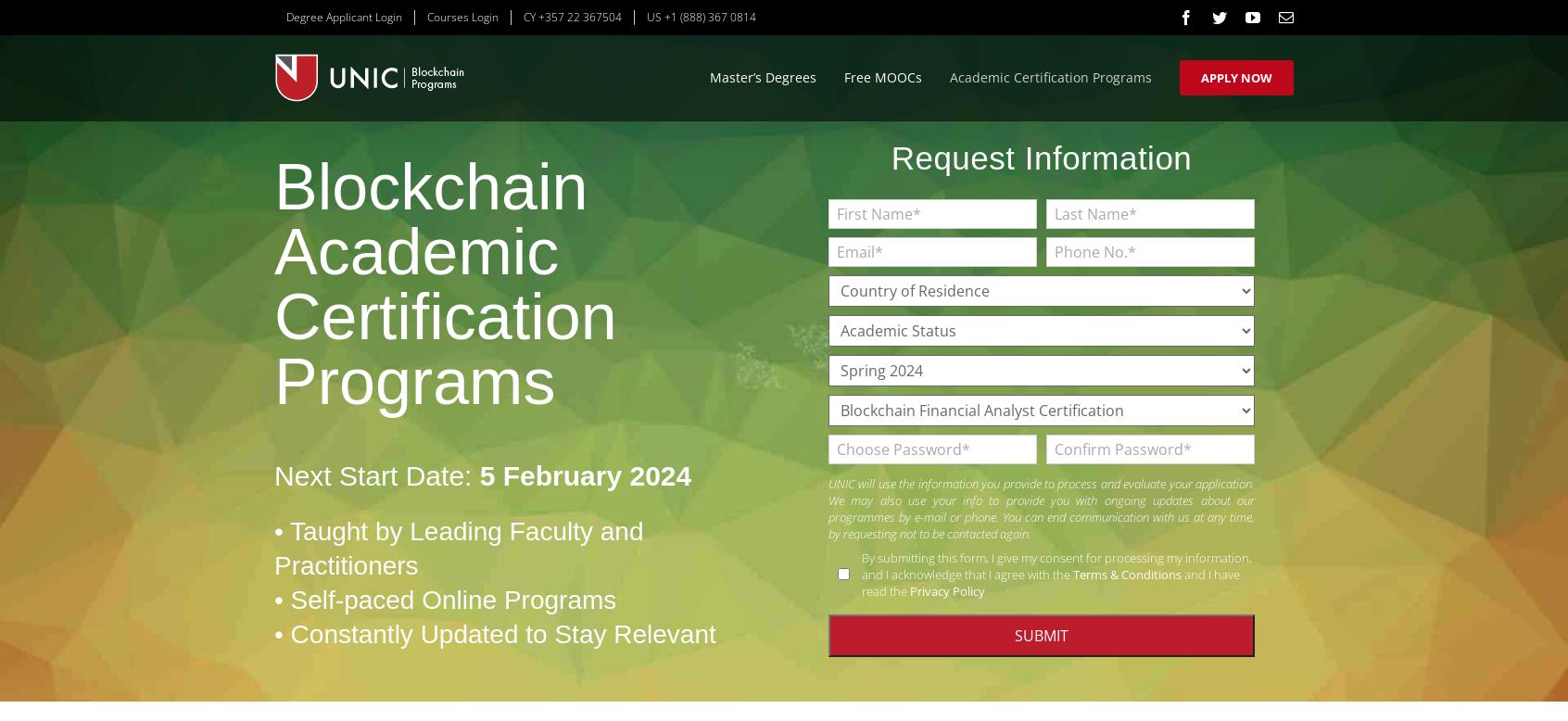 This screenshot has width=1568, height=721. I want to click on '• Constantly Updated to Stay Relevant', so click(494, 634).